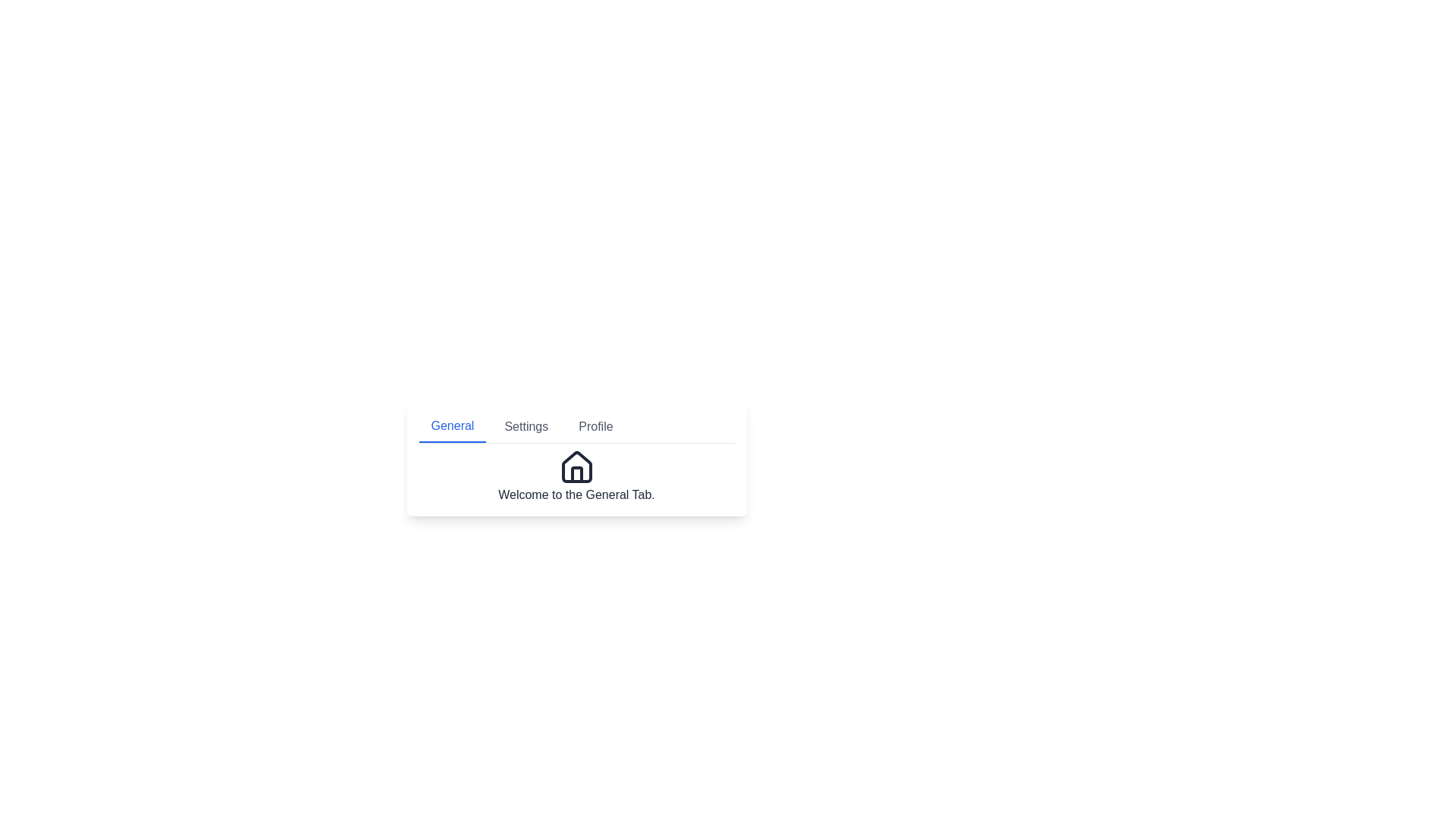 This screenshot has width=1456, height=819. Describe the element at coordinates (526, 427) in the screenshot. I see `the 'Settings' tab` at that location.